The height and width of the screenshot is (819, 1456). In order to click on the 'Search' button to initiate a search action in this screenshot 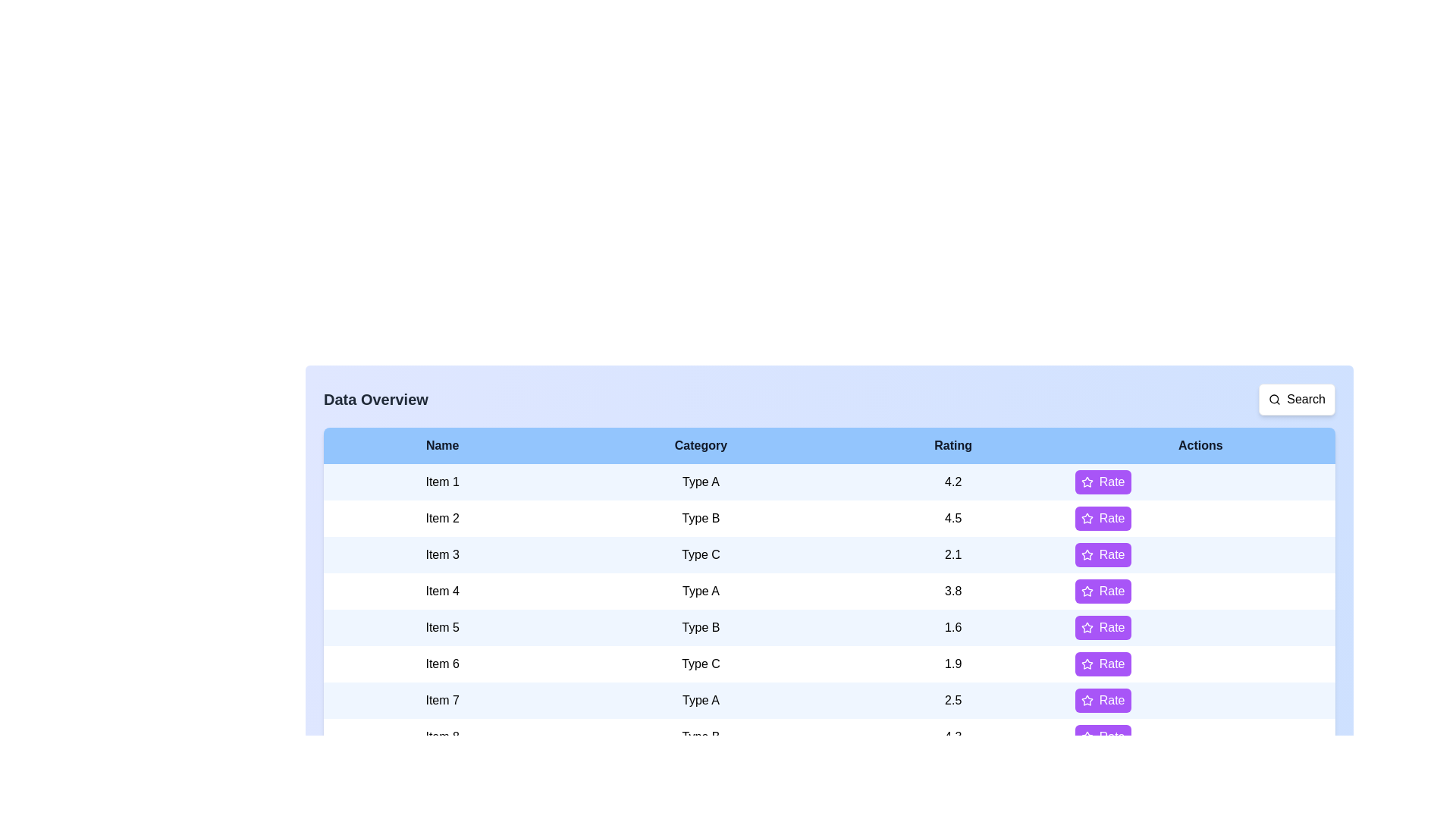, I will do `click(1295, 399)`.